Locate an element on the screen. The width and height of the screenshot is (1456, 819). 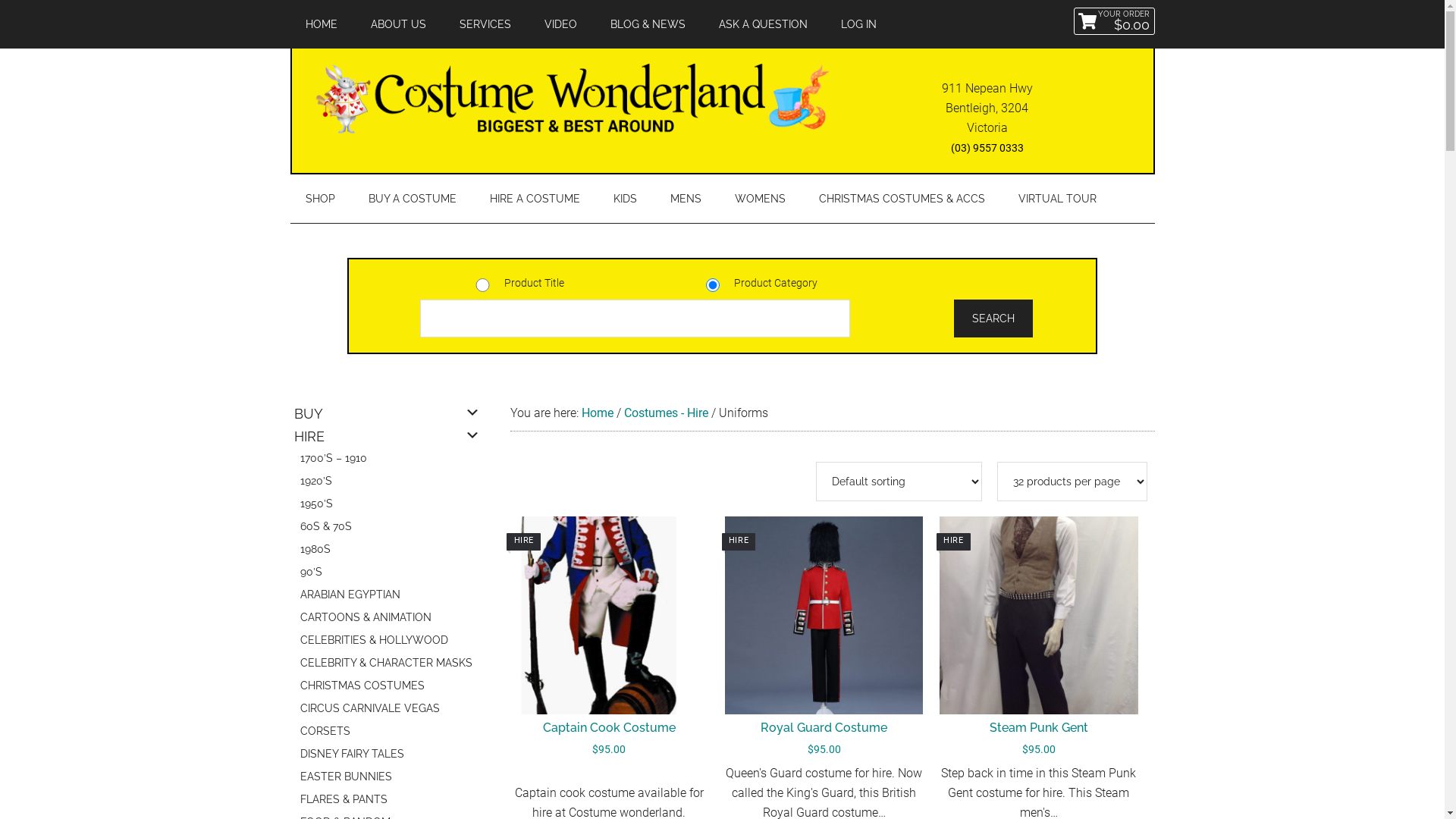
'CELEBRITIES & HOLLYWOOD' is located at coordinates (386, 642).